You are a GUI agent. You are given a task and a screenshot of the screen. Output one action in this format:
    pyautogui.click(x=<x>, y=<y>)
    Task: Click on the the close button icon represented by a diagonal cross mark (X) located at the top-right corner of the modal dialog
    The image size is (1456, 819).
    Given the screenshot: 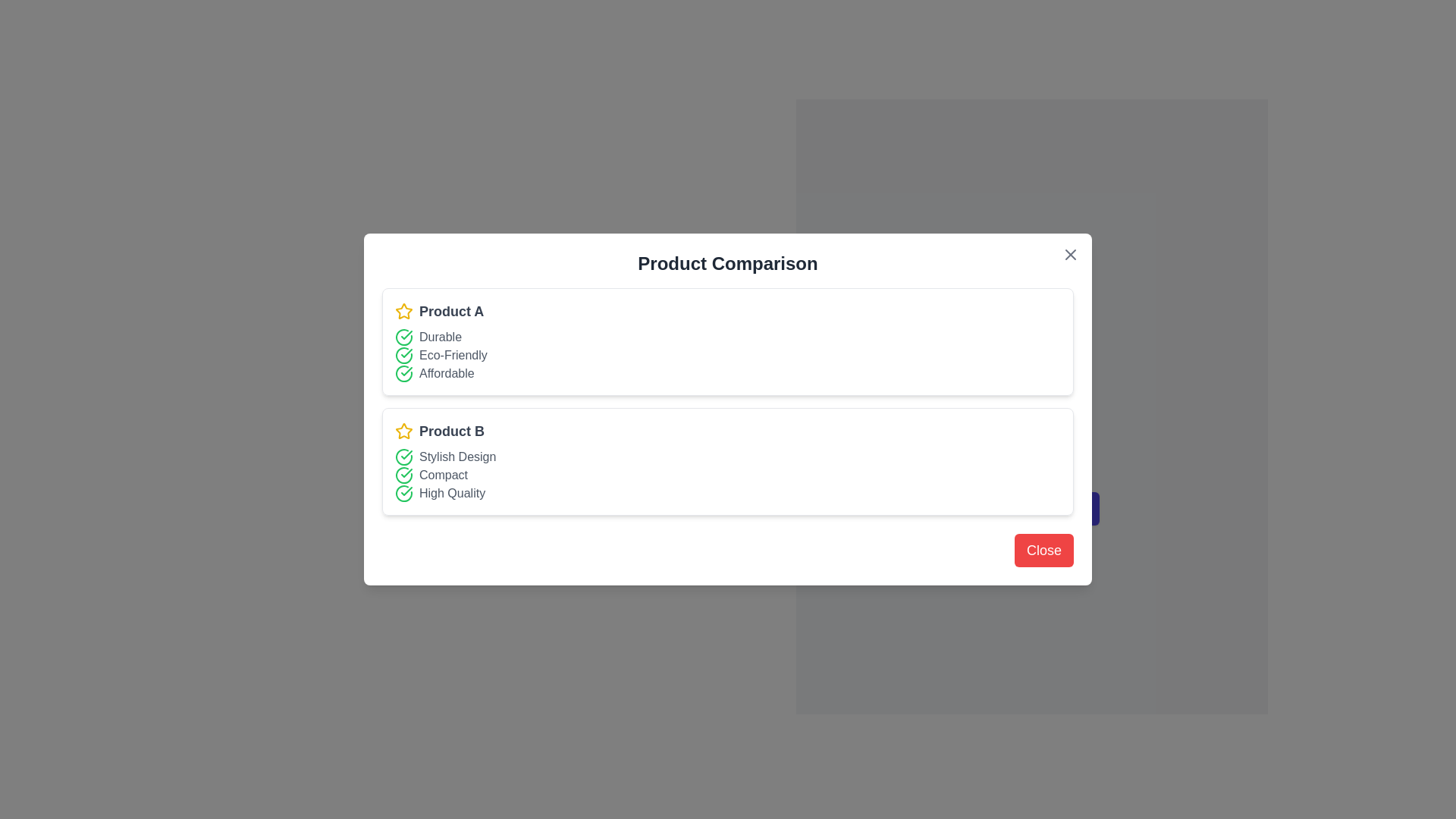 What is the action you would take?
    pyautogui.click(x=1069, y=253)
    